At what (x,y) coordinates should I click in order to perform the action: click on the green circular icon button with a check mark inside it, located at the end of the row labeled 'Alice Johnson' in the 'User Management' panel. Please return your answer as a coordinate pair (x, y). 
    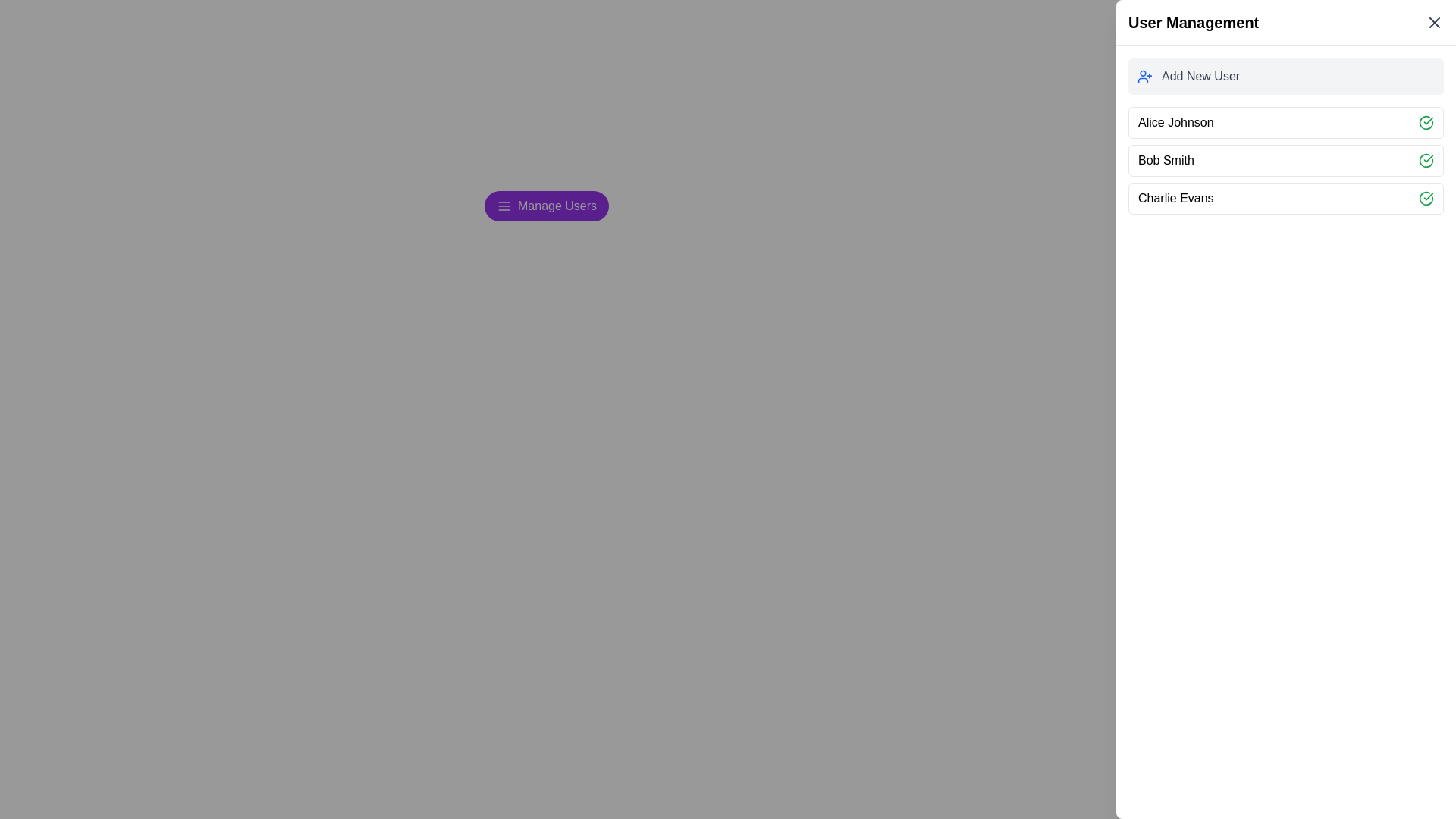
    Looking at the image, I should click on (1426, 122).